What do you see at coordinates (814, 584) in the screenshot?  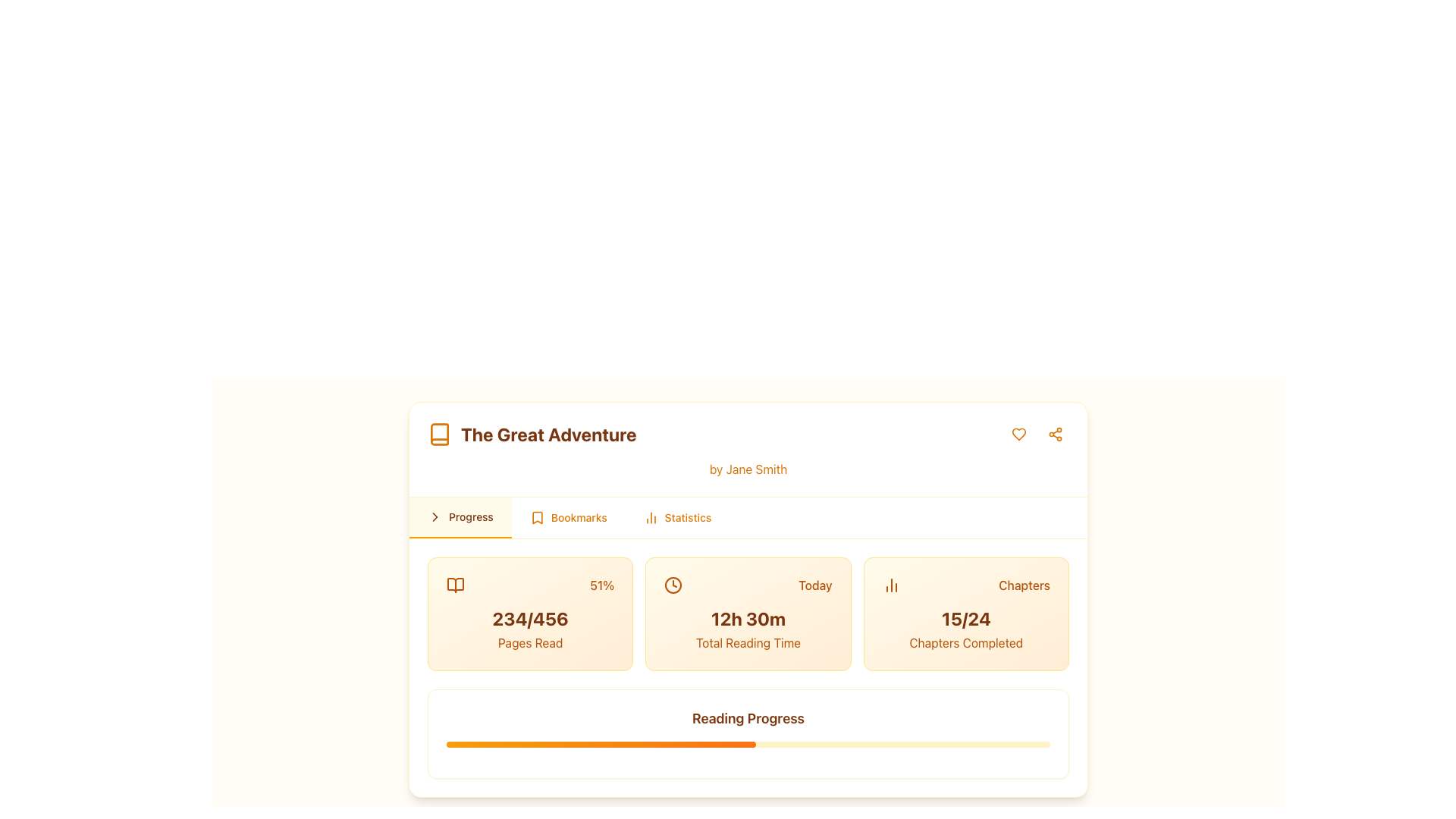 I see `the informational text label indicating 'Today' reading time located at the top right of the card displaying 'Total Reading Time'` at bounding box center [814, 584].